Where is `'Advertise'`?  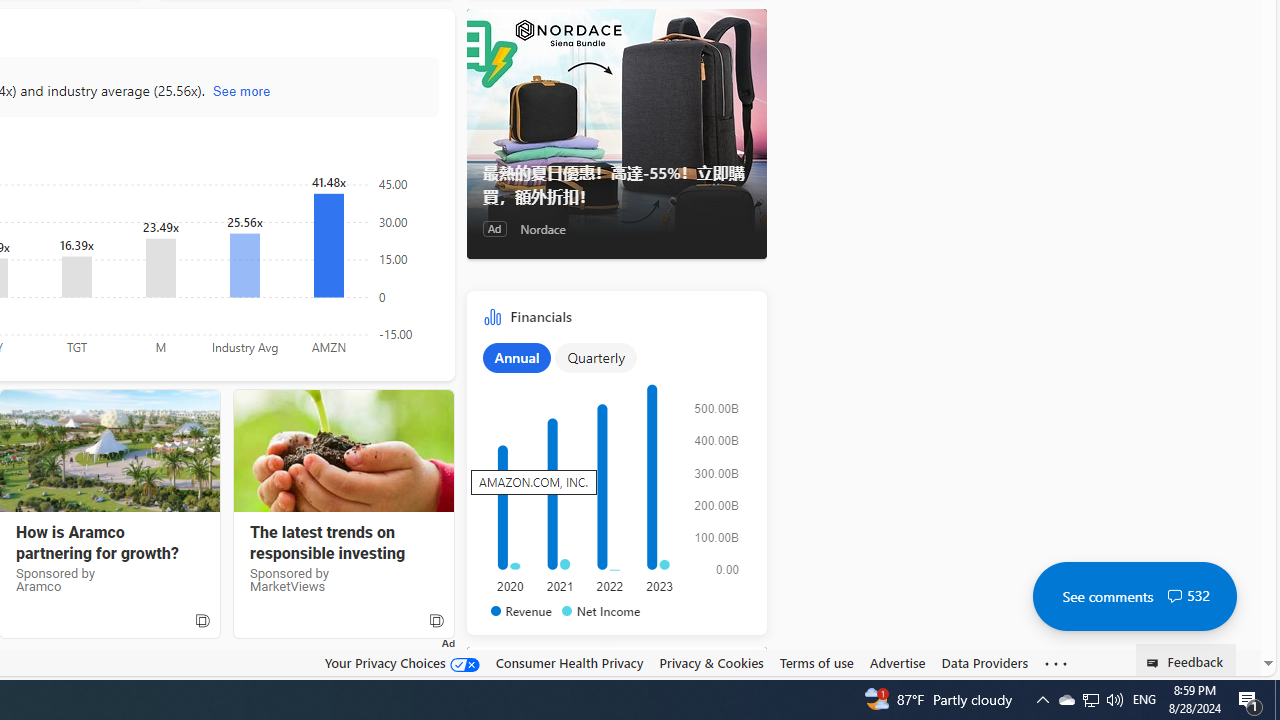 'Advertise' is located at coordinates (896, 663).